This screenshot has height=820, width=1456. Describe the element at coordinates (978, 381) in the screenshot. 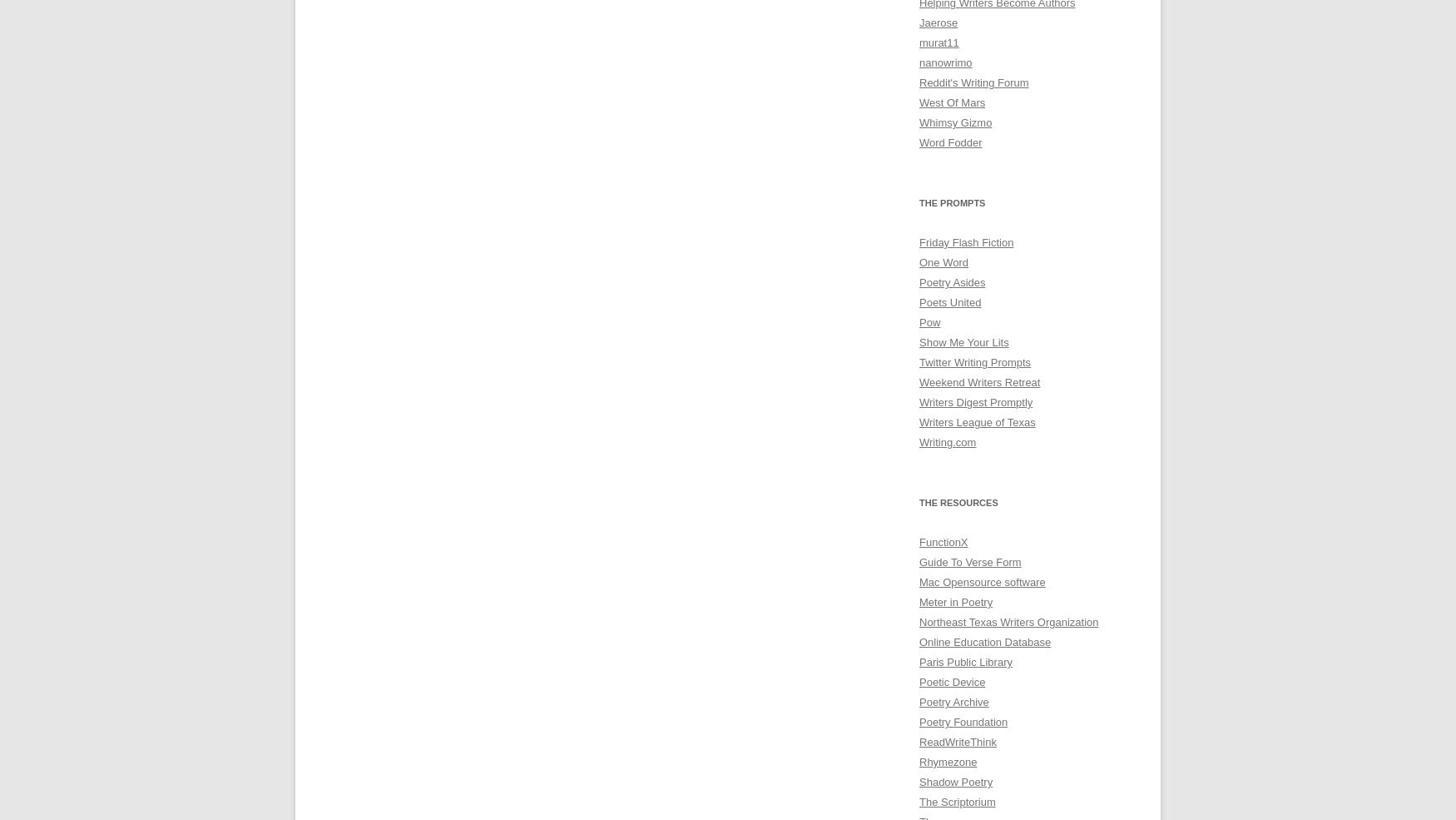

I see `'Weekend Writers Retreat'` at that location.